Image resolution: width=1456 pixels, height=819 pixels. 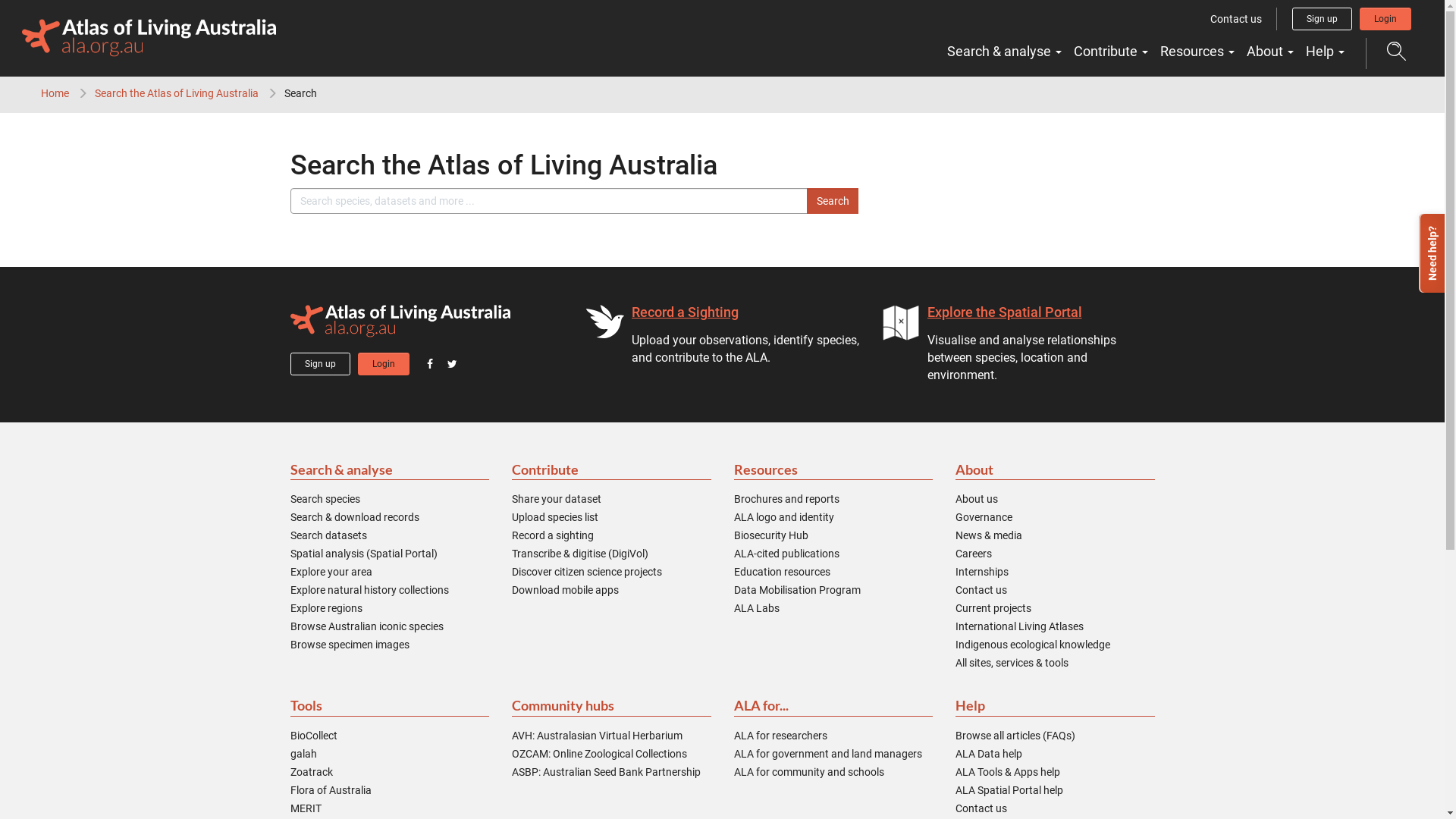 I want to click on 'ALA Data help', so click(x=954, y=754).